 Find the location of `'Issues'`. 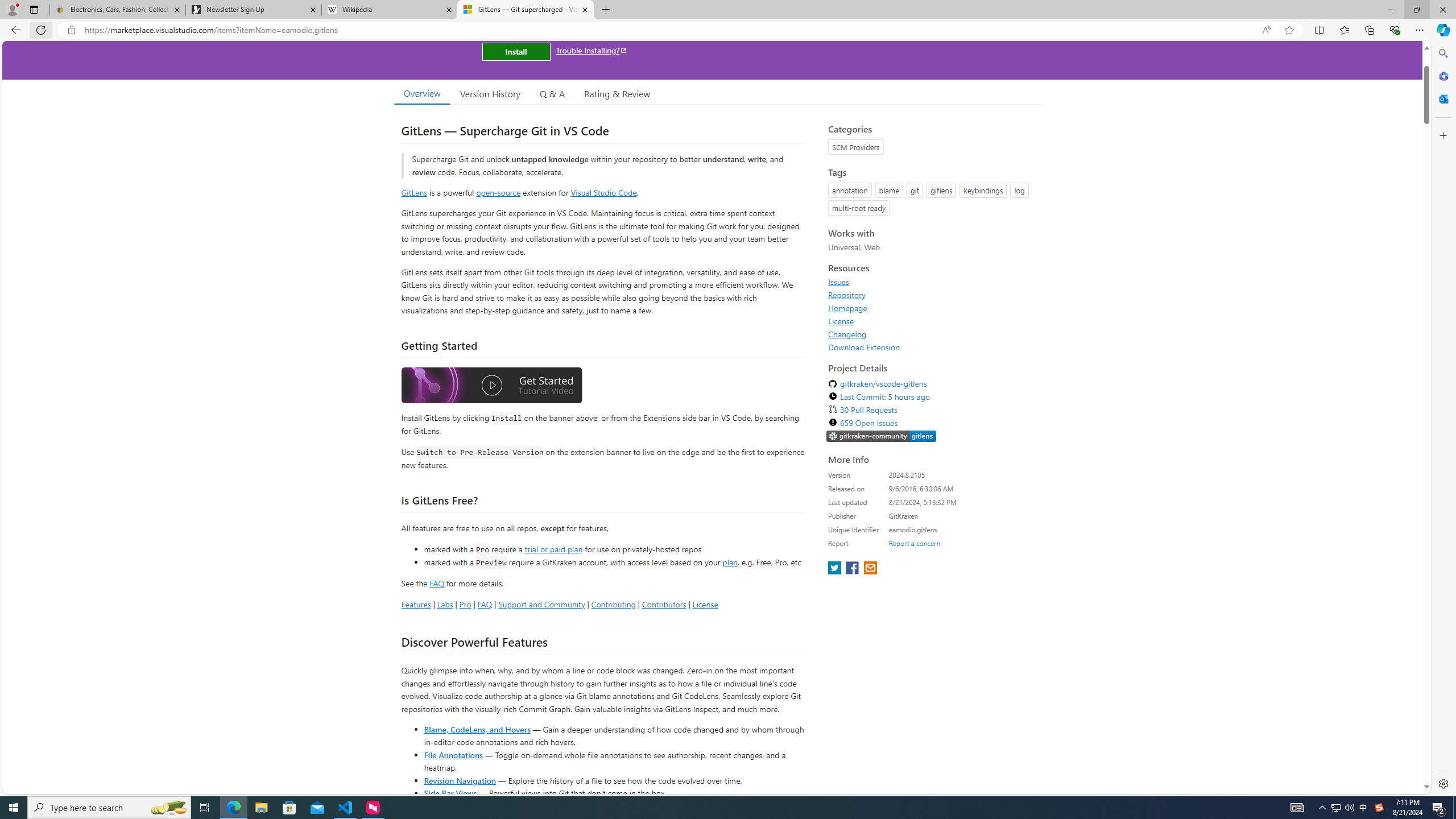

'Issues' is located at coordinates (932, 282).